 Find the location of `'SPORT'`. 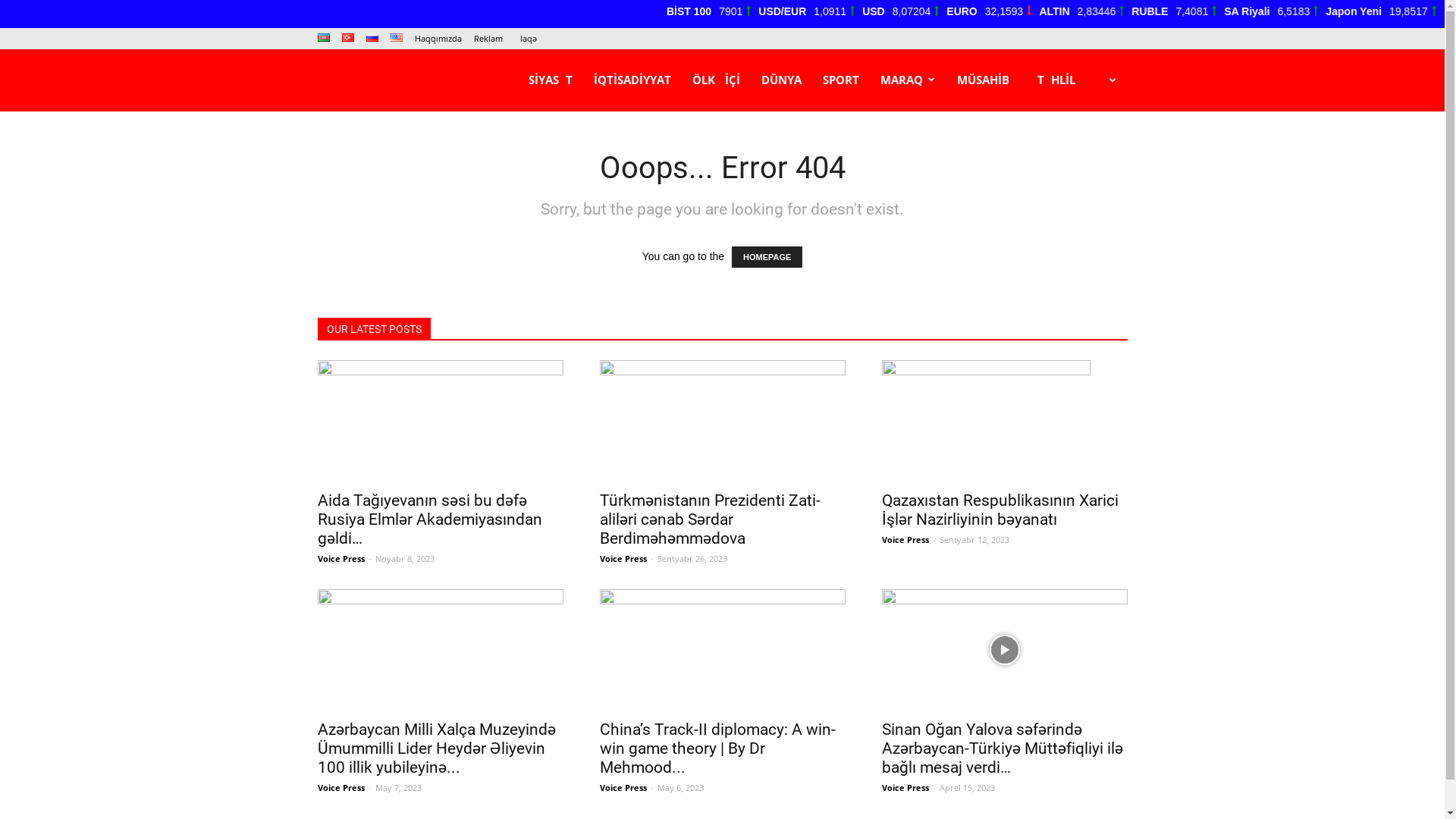

'SPORT' is located at coordinates (839, 79).